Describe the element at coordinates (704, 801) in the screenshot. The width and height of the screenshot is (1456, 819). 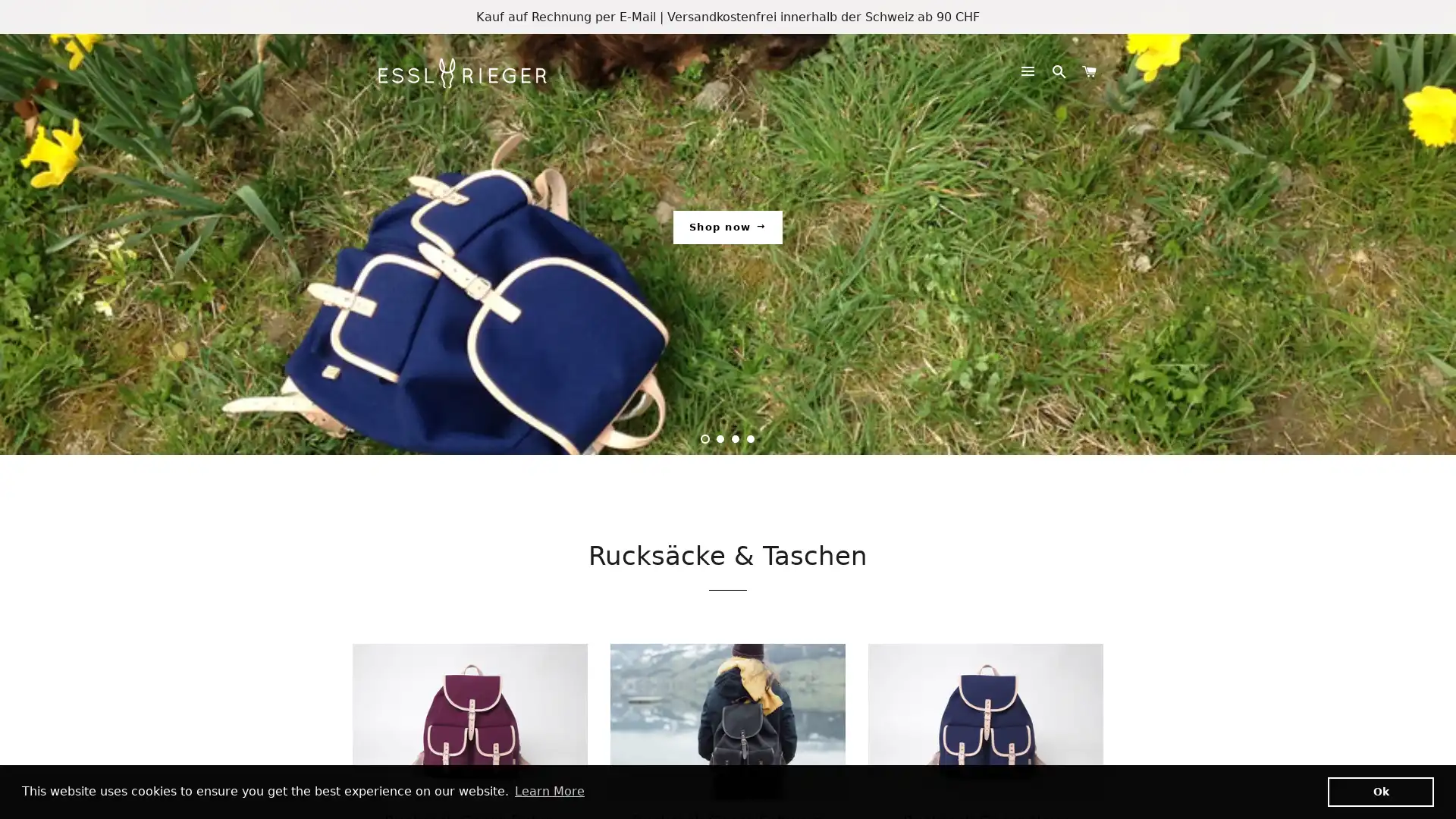
I see `1` at that location.